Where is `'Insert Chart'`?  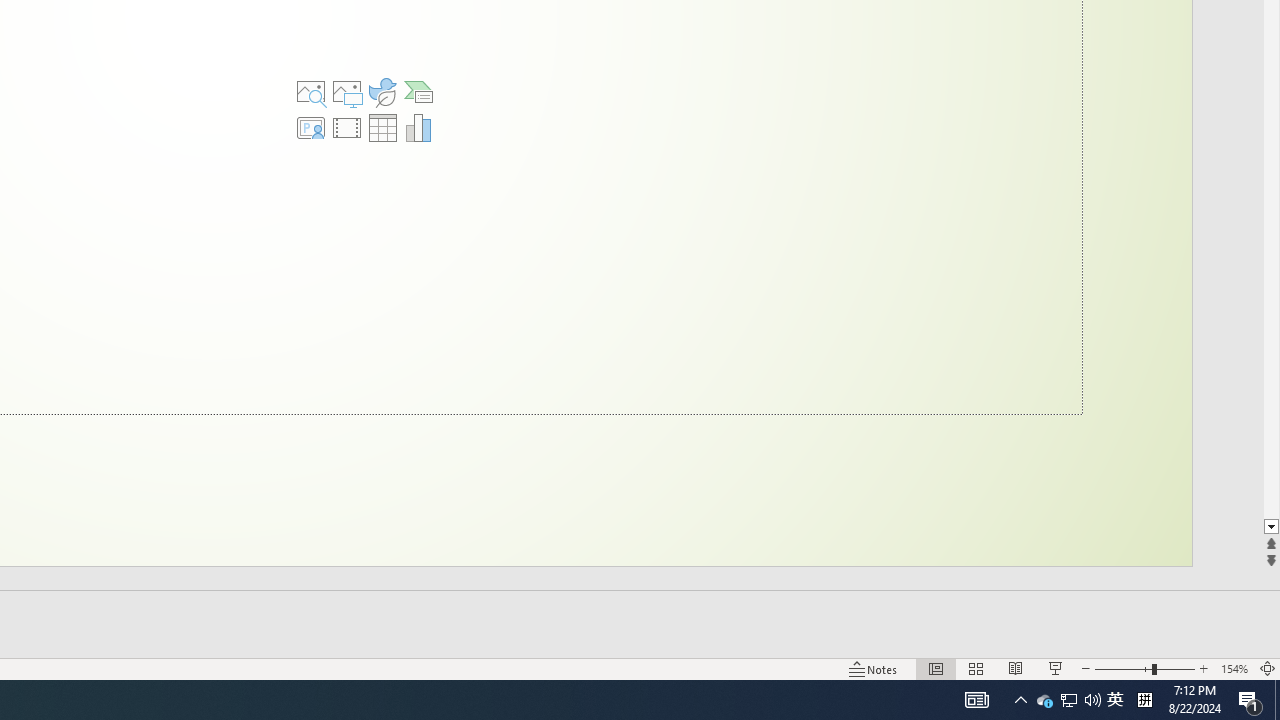
'Insert Chart' is located at coordinates (418, 128).